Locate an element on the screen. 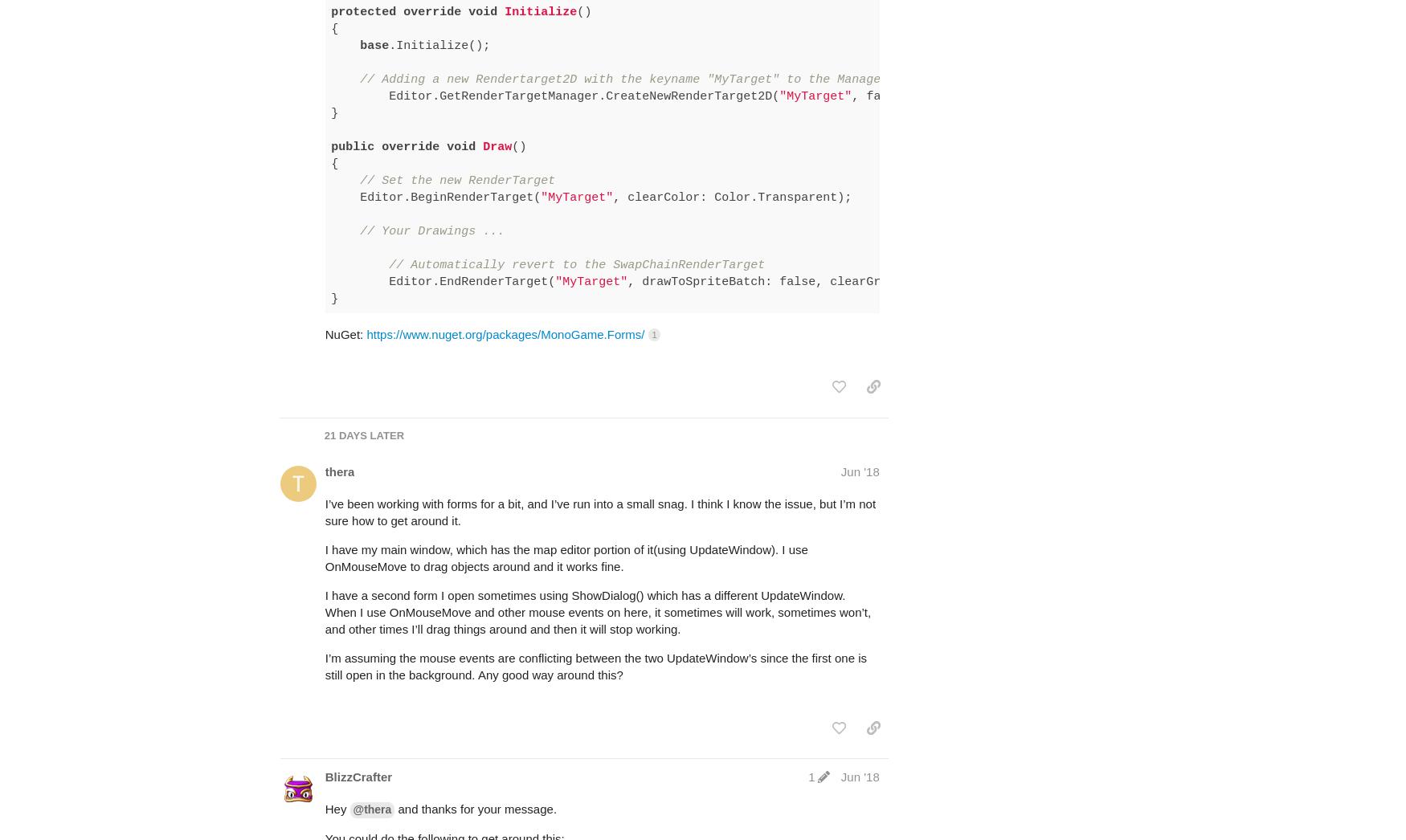 This screenshot has width=1406, height=840. ', drawToSpriteBatch:' is located at coordinates (703, 219).